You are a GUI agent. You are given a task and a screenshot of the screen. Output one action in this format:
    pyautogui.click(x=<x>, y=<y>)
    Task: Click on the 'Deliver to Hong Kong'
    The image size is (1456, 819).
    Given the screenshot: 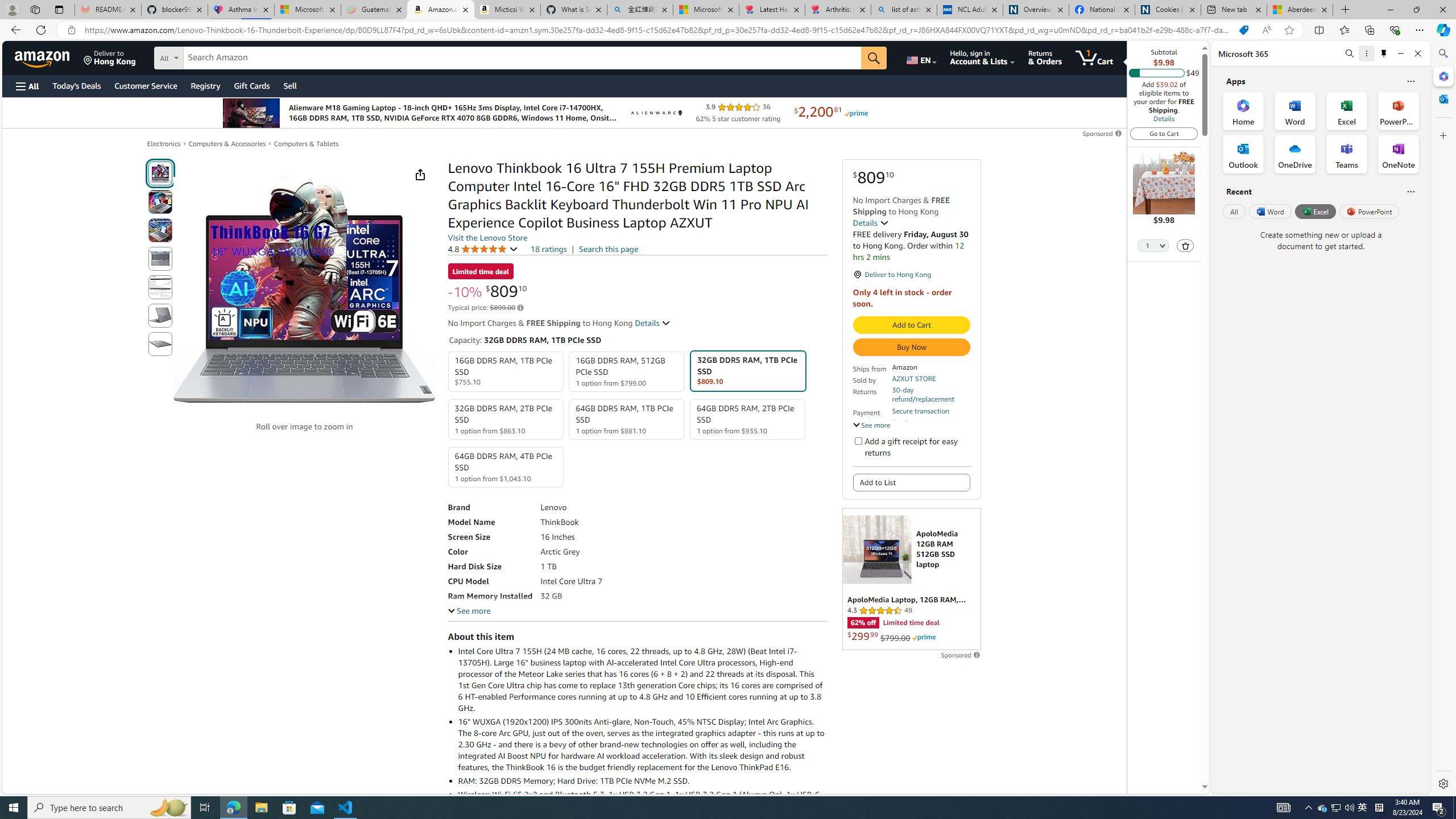 What is the action you would take?
    pyautogui.click(x=109, y=57)
    